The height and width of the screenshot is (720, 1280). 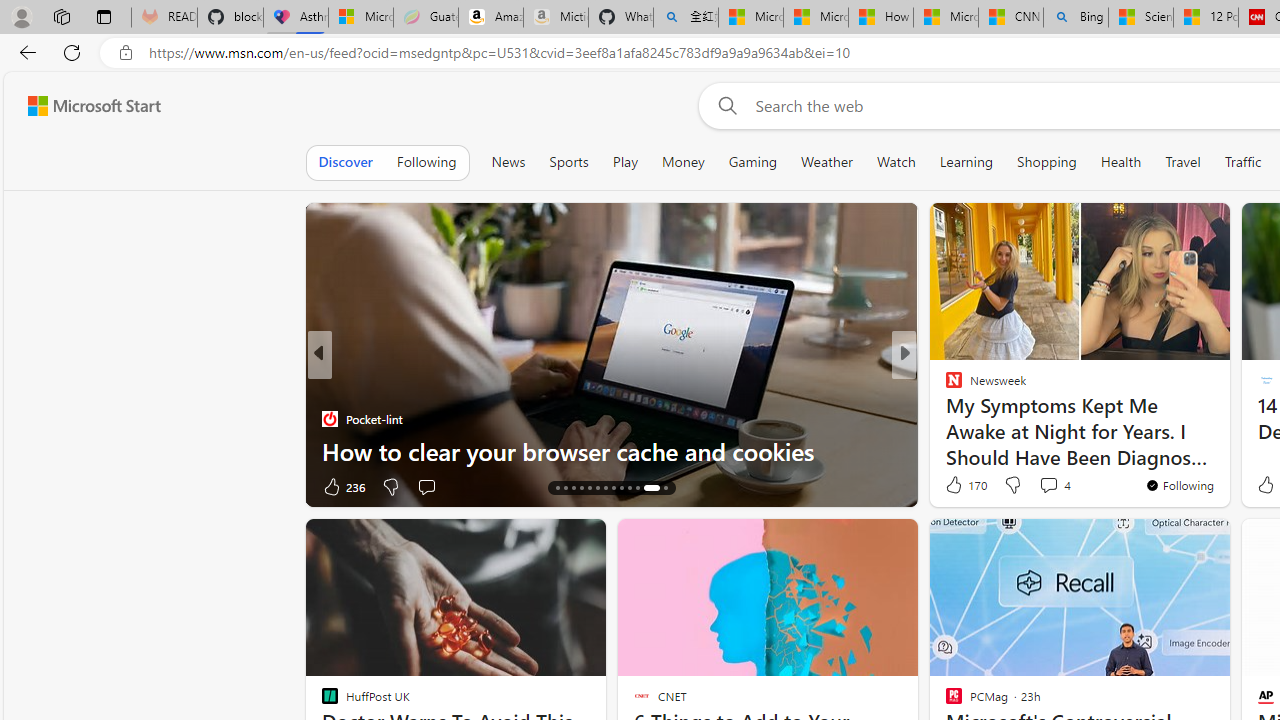 What do you see at coordinates (564, 488) in the screenshot?
I see `'AutomationID: tab-15'` at bounding box center [564, 488].